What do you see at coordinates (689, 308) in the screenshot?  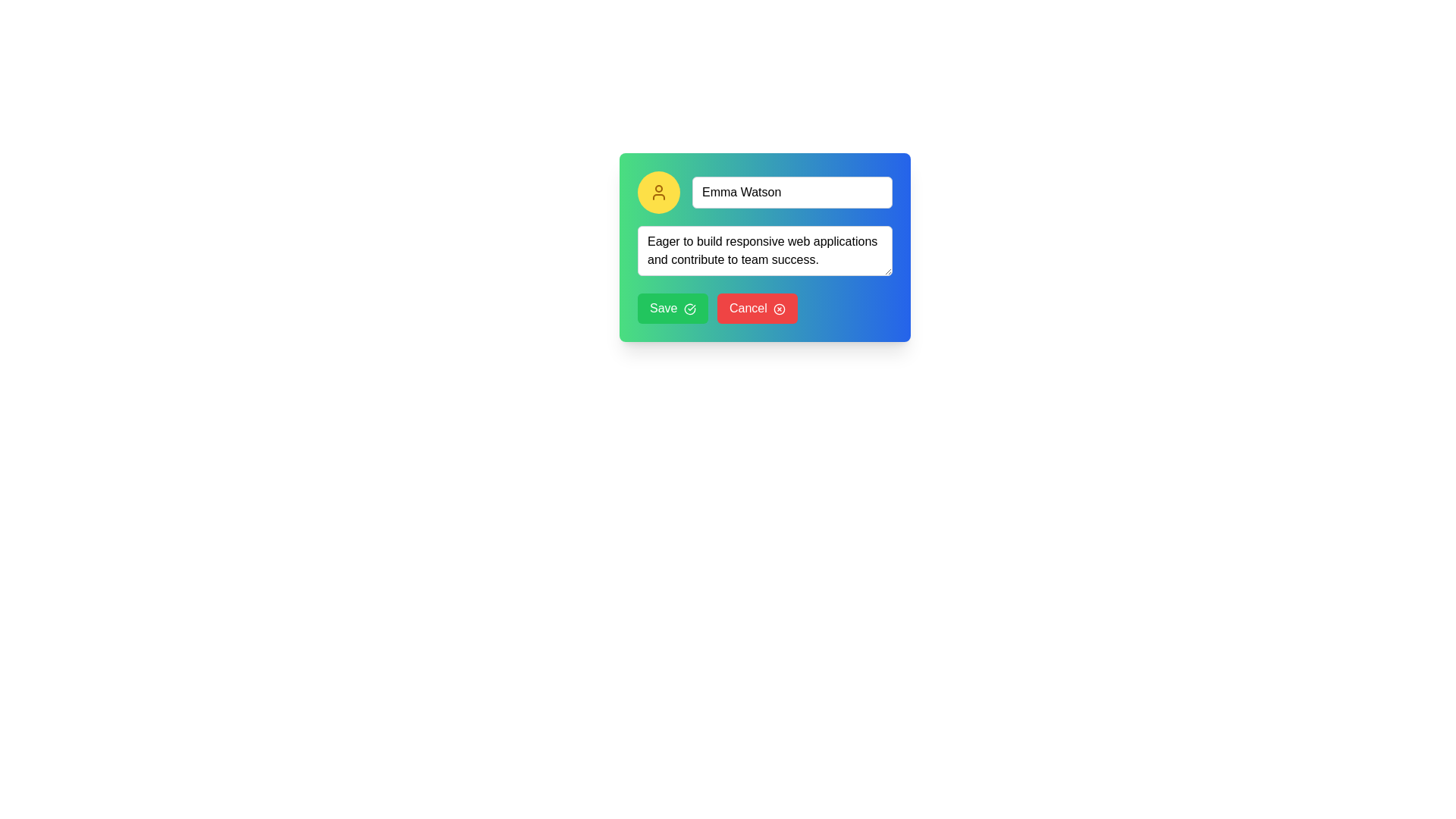 I see `the success icon located to the immediate right of the 'Save' text within the green button at the bottom left of the dialog window` at bounding box center [689, 308].